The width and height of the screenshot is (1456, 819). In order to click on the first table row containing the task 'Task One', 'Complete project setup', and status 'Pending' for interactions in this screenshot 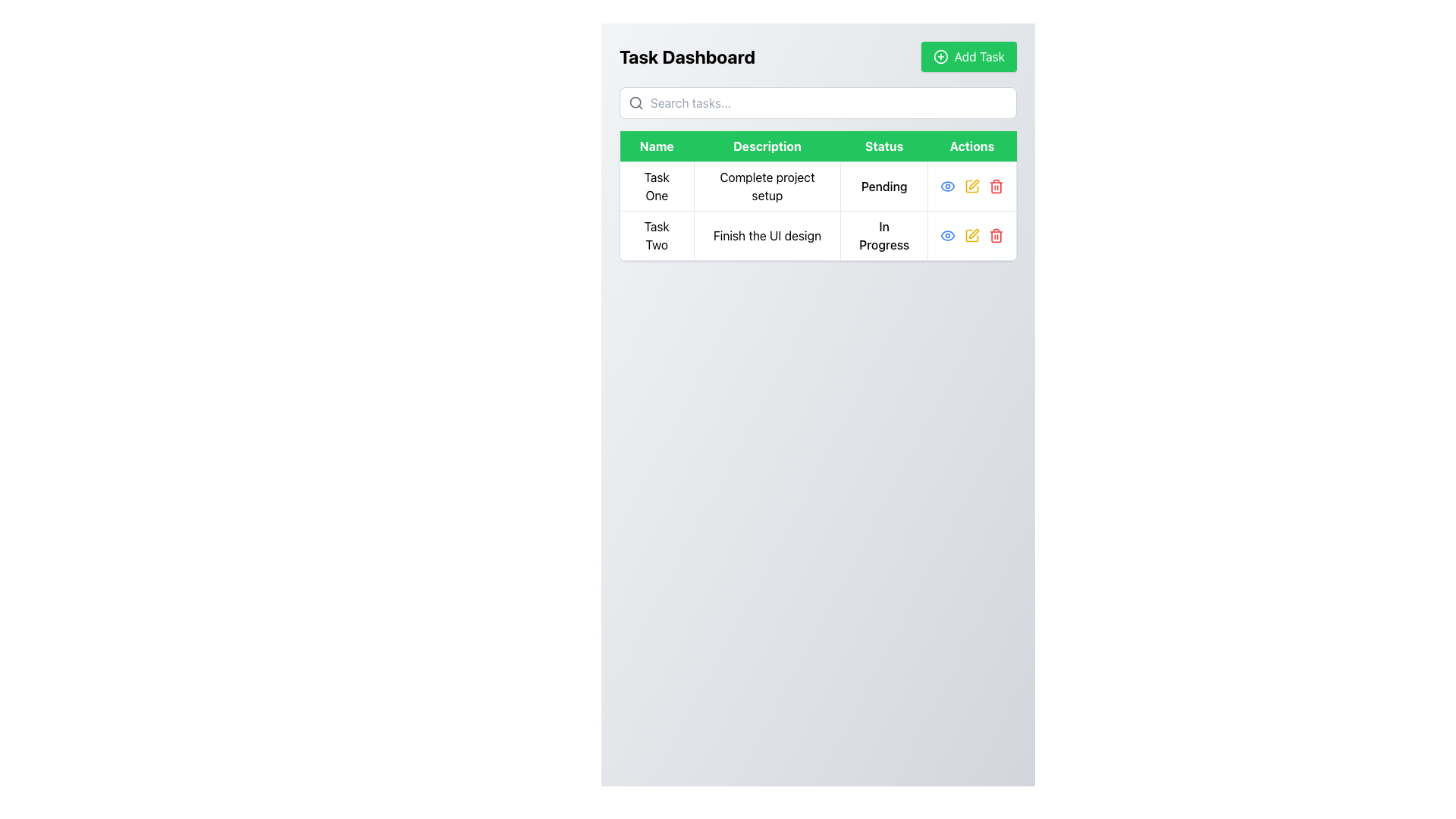, I will do `click(817, 186)`.